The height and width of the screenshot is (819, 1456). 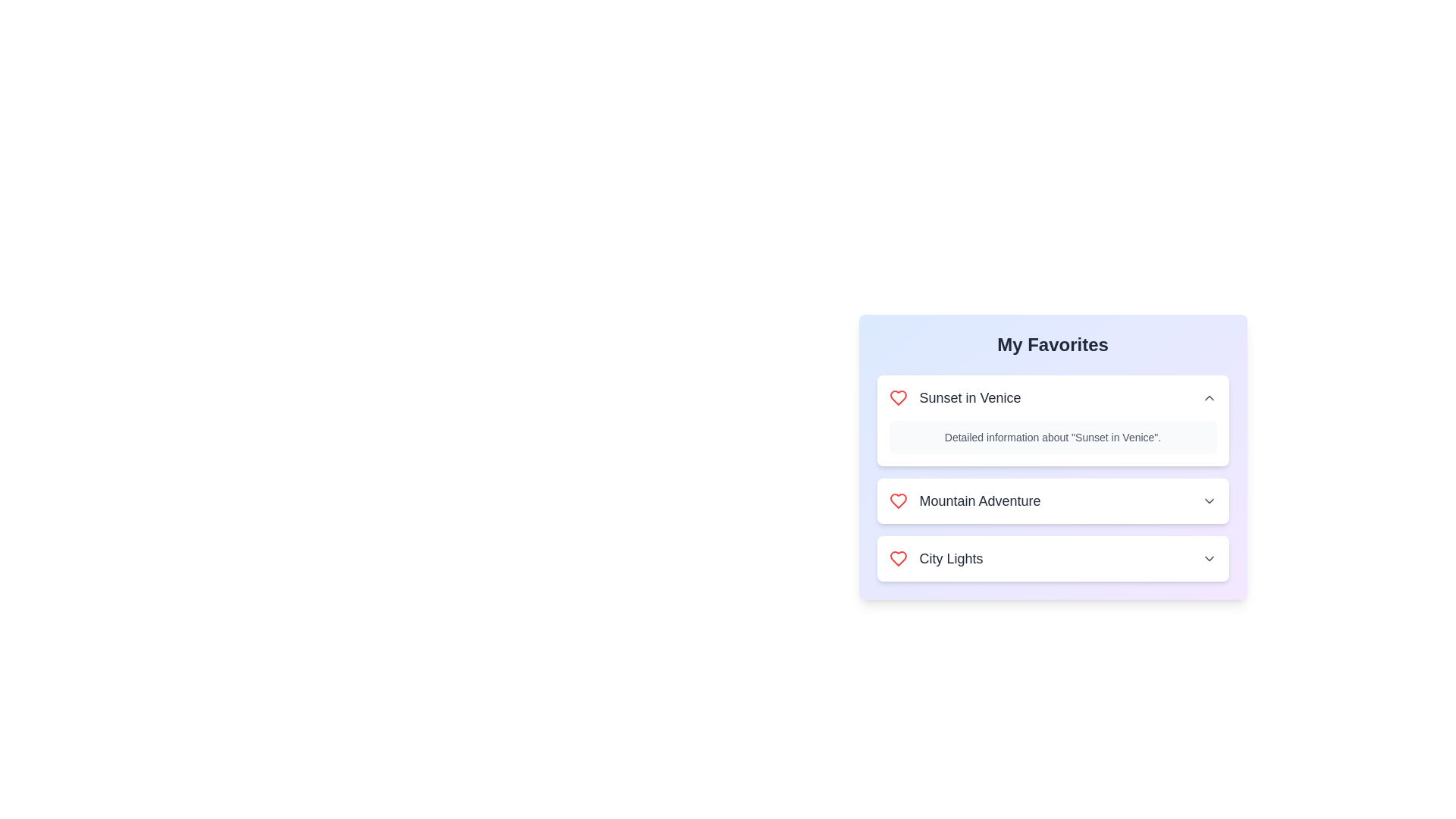 I want to click on the title of the favorite item Sunset in Venice, so click(x=954, y=397).